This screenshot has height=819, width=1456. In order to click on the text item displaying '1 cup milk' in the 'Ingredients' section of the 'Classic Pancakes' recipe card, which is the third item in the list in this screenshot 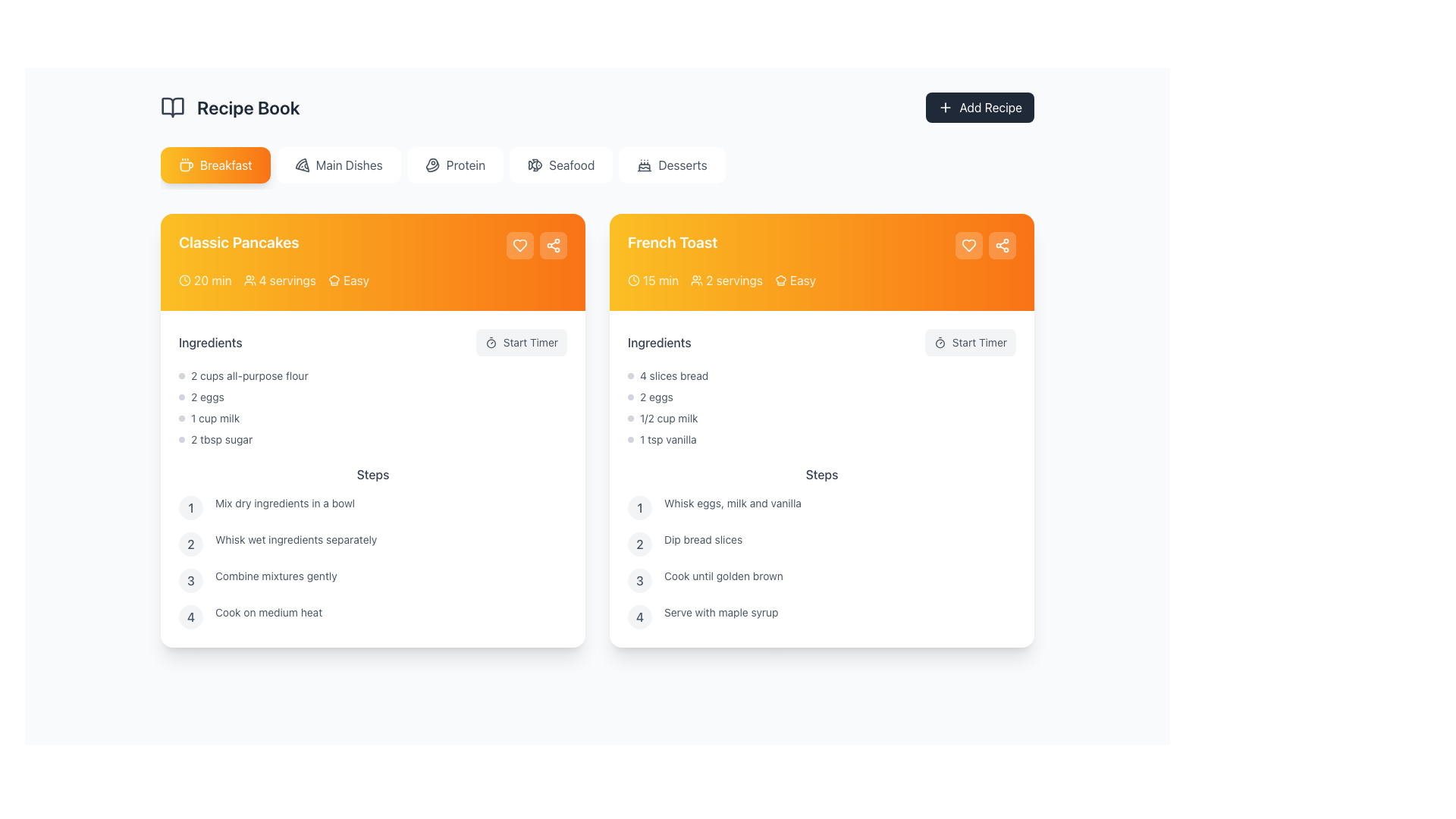, I will do `click(215, 418)`.